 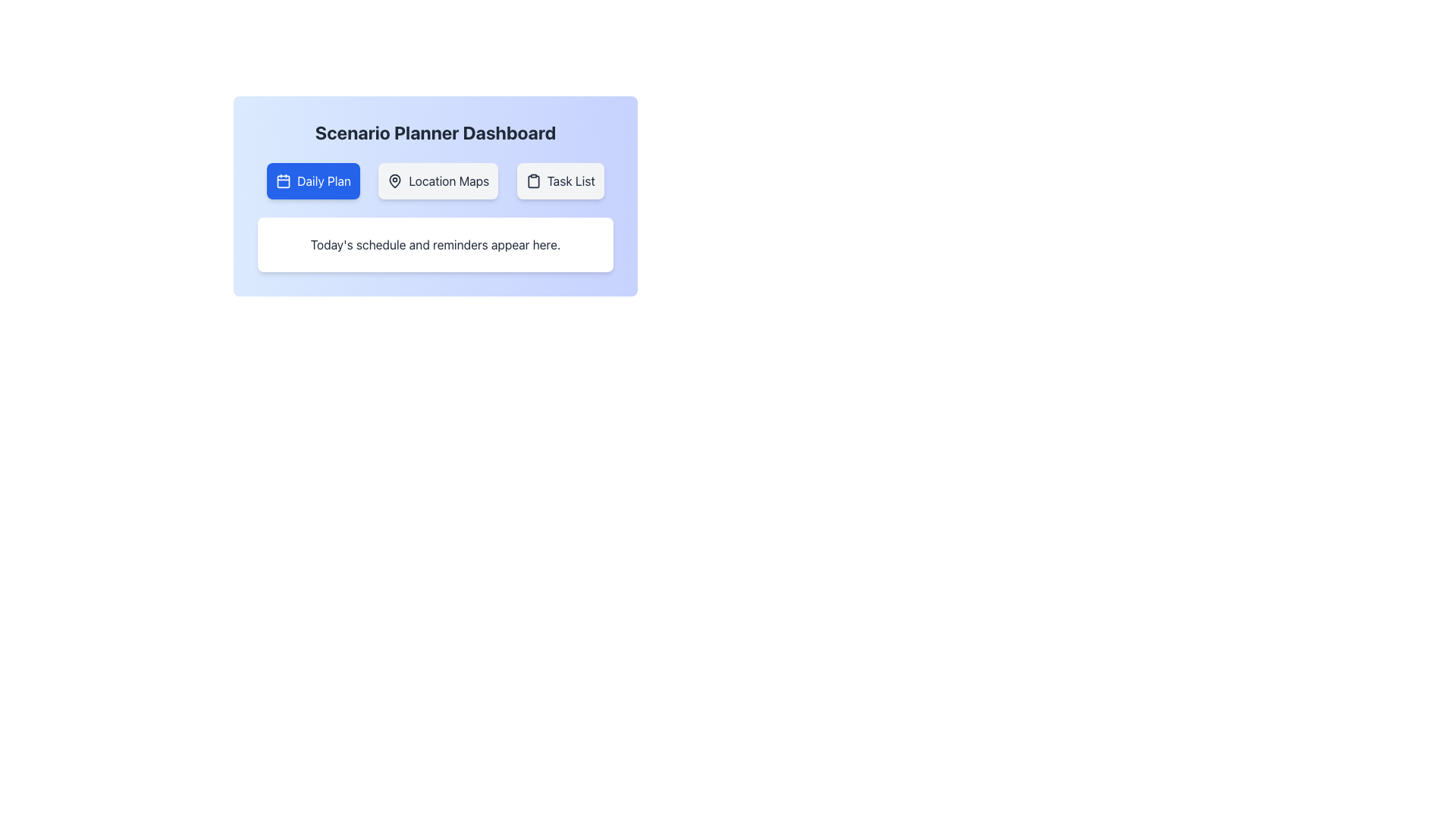 I want to click on the 'Location Maps' static text within the middle button of the three-button group on the Scenario Planner Dashboard, so click(x=448, y=180).